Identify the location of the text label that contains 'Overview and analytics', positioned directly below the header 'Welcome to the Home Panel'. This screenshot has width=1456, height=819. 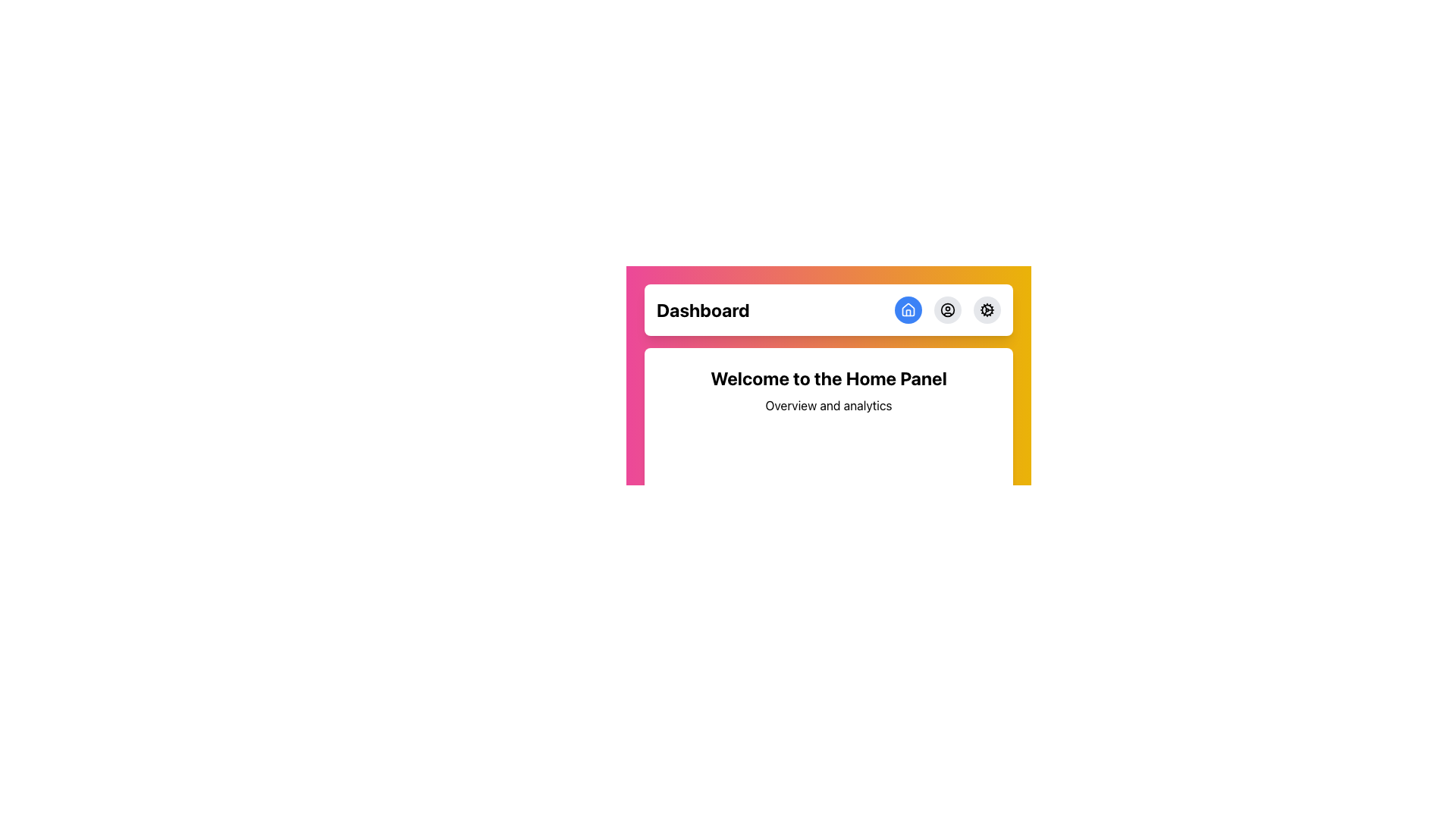
(828, 405).